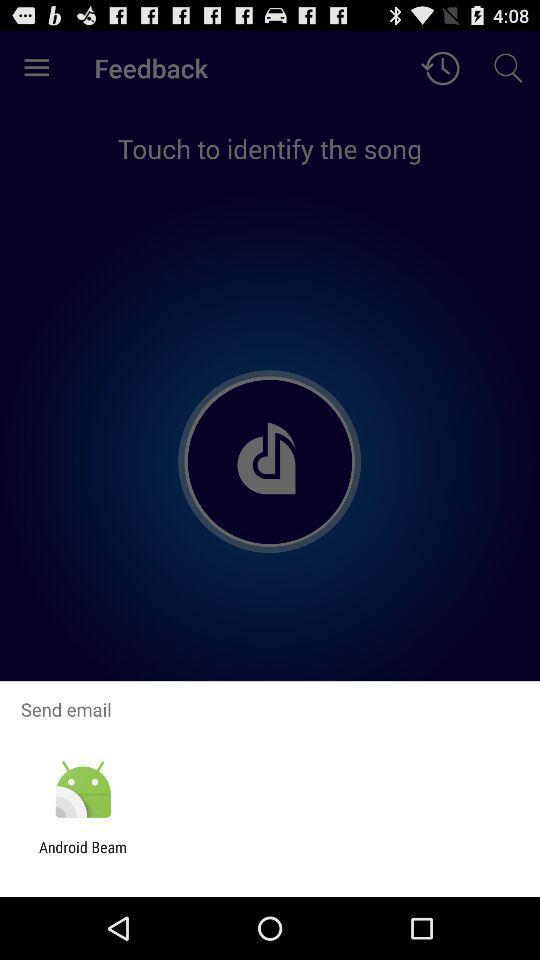 Image resolution: width=540 pixels, height=960 pixels. Describe the element at coordinates (82, 855) in the screenshot. I see `the android beam item` at that location.